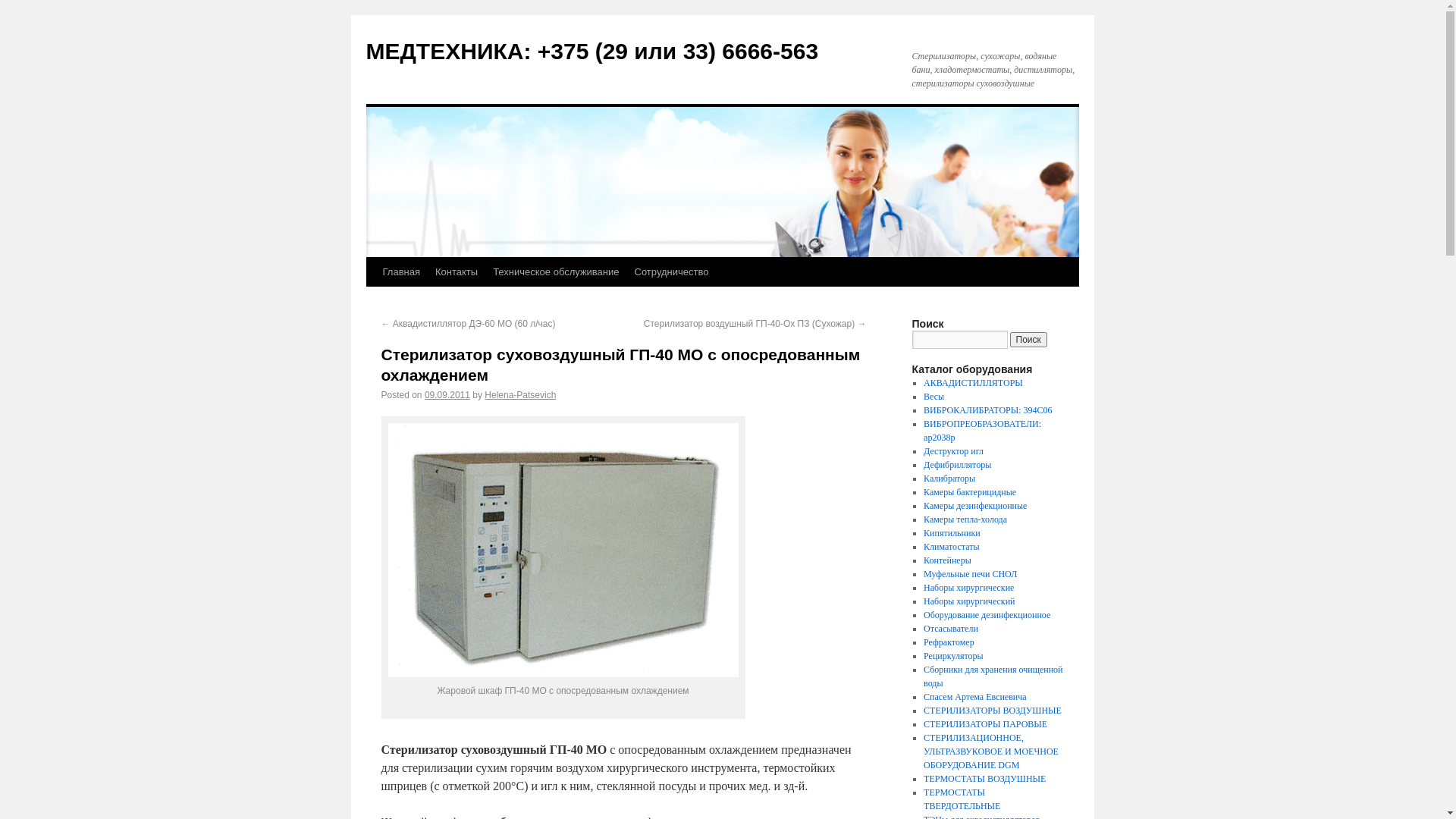 Image resolution: width=1456 pixels, height=819 pixels. What do you see at coordinates (425, 394) in the screenshot?
I see `'09.09.2011'` at bounding box center [425, 394].